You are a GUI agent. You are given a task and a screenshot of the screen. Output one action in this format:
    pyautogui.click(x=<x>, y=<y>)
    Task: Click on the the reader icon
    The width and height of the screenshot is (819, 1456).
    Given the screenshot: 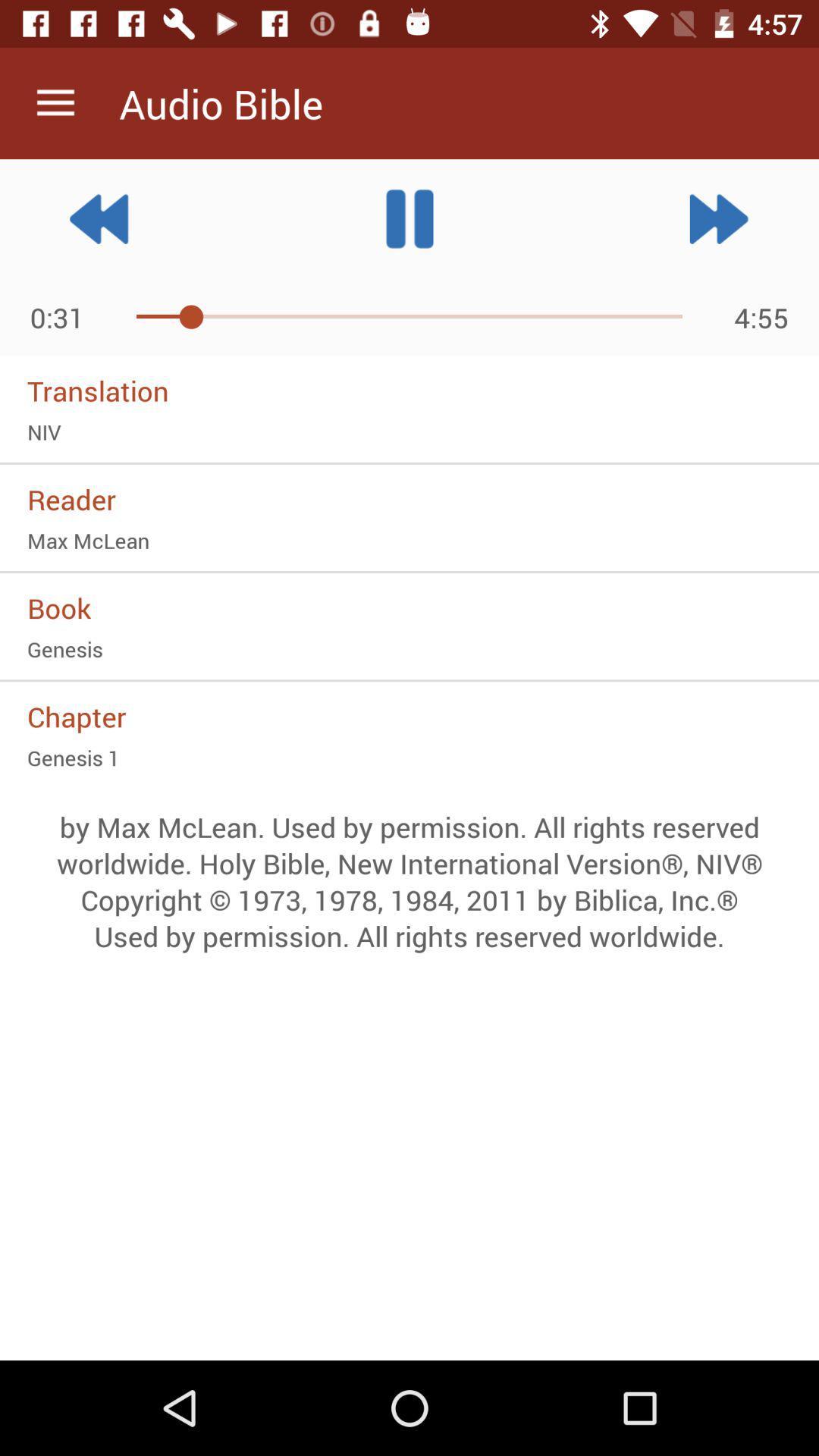 What is the action you would take?
    pyautogui.click(x=409, y=499)
    